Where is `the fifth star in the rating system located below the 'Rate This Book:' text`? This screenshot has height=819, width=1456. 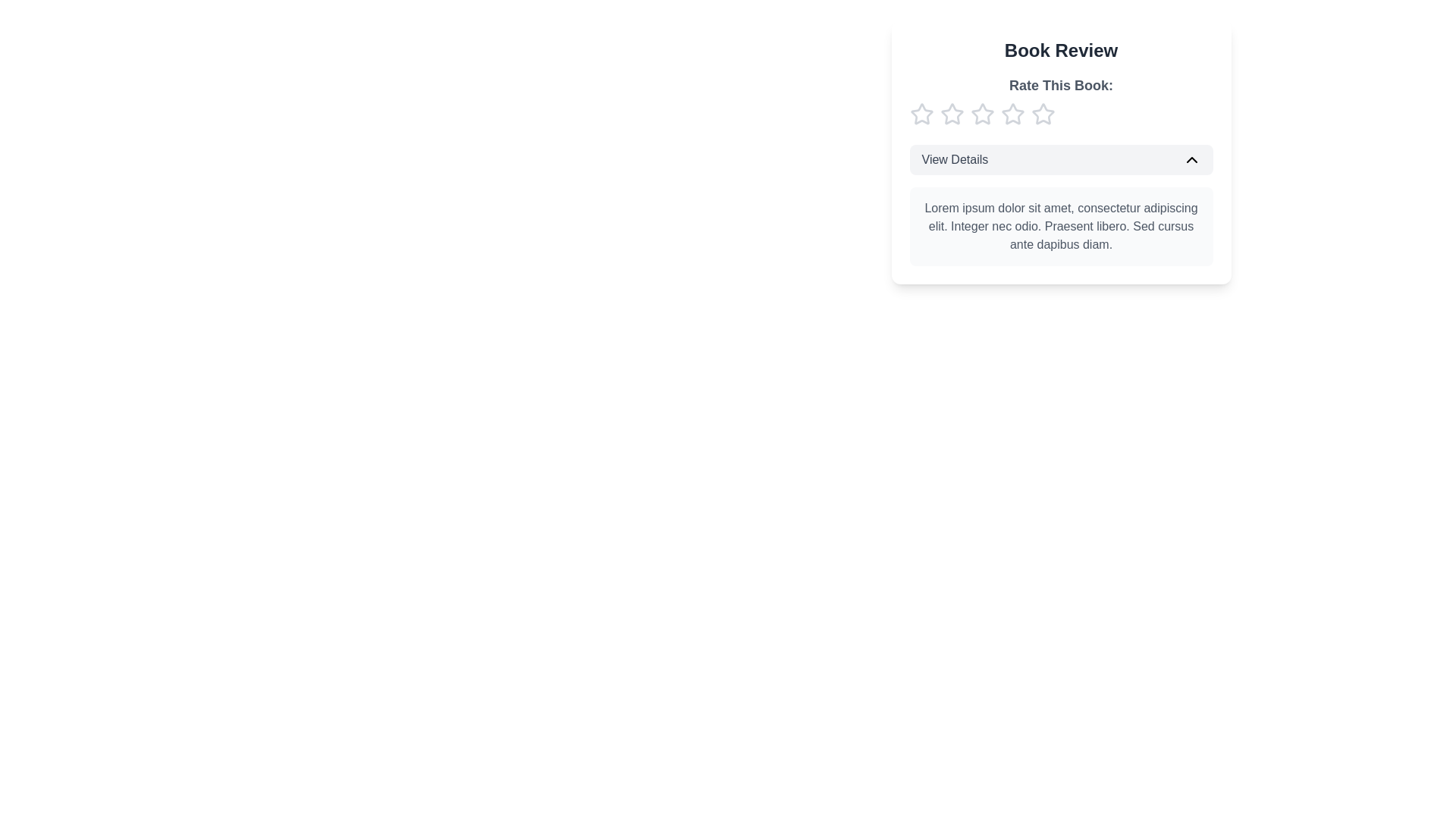
the fifth star in the rating system located below the 'Rate This Book:' text is located at coordinates (1042, 113).